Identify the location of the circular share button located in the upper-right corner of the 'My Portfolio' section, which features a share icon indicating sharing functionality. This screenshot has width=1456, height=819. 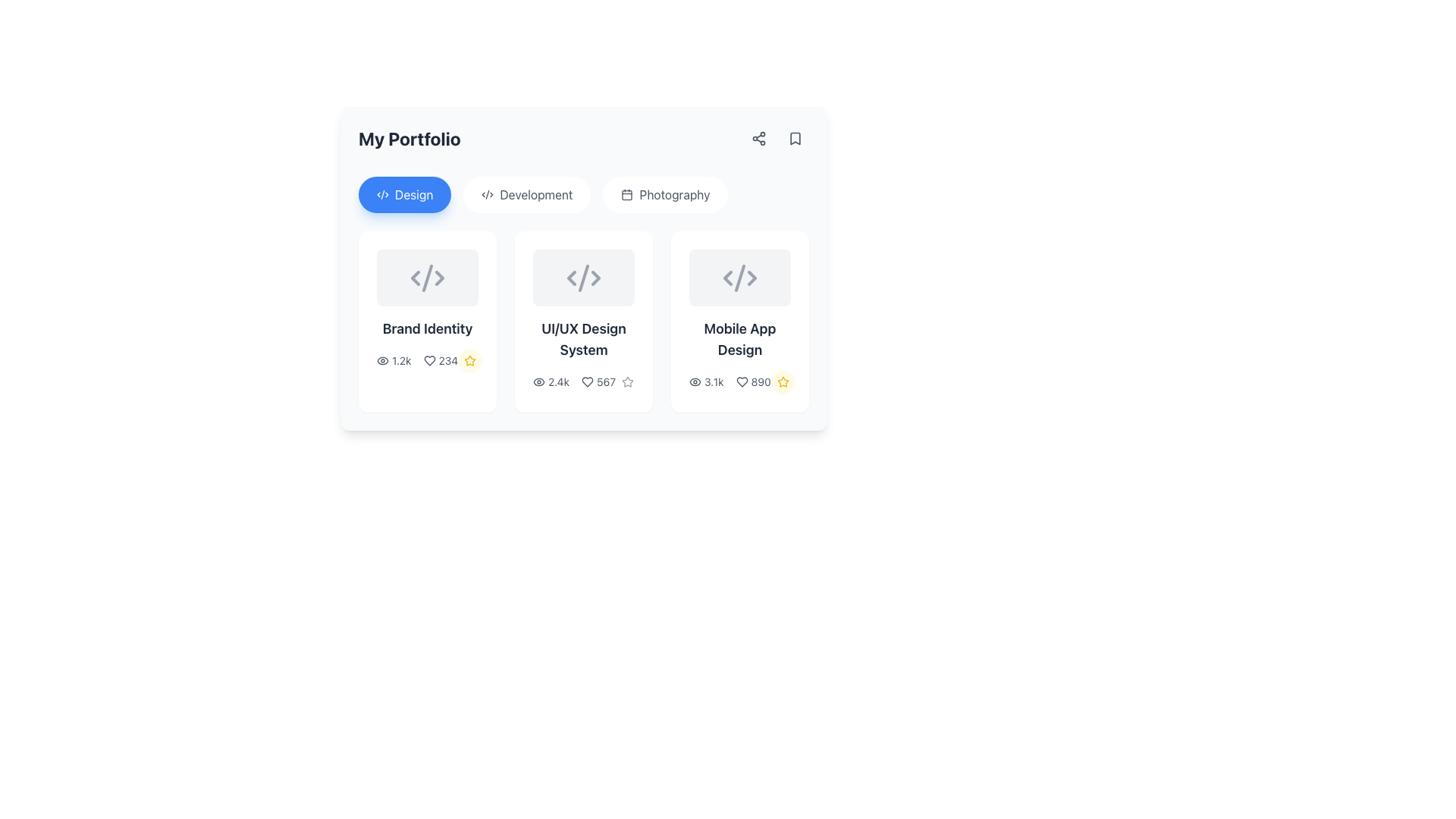
(759, 138).